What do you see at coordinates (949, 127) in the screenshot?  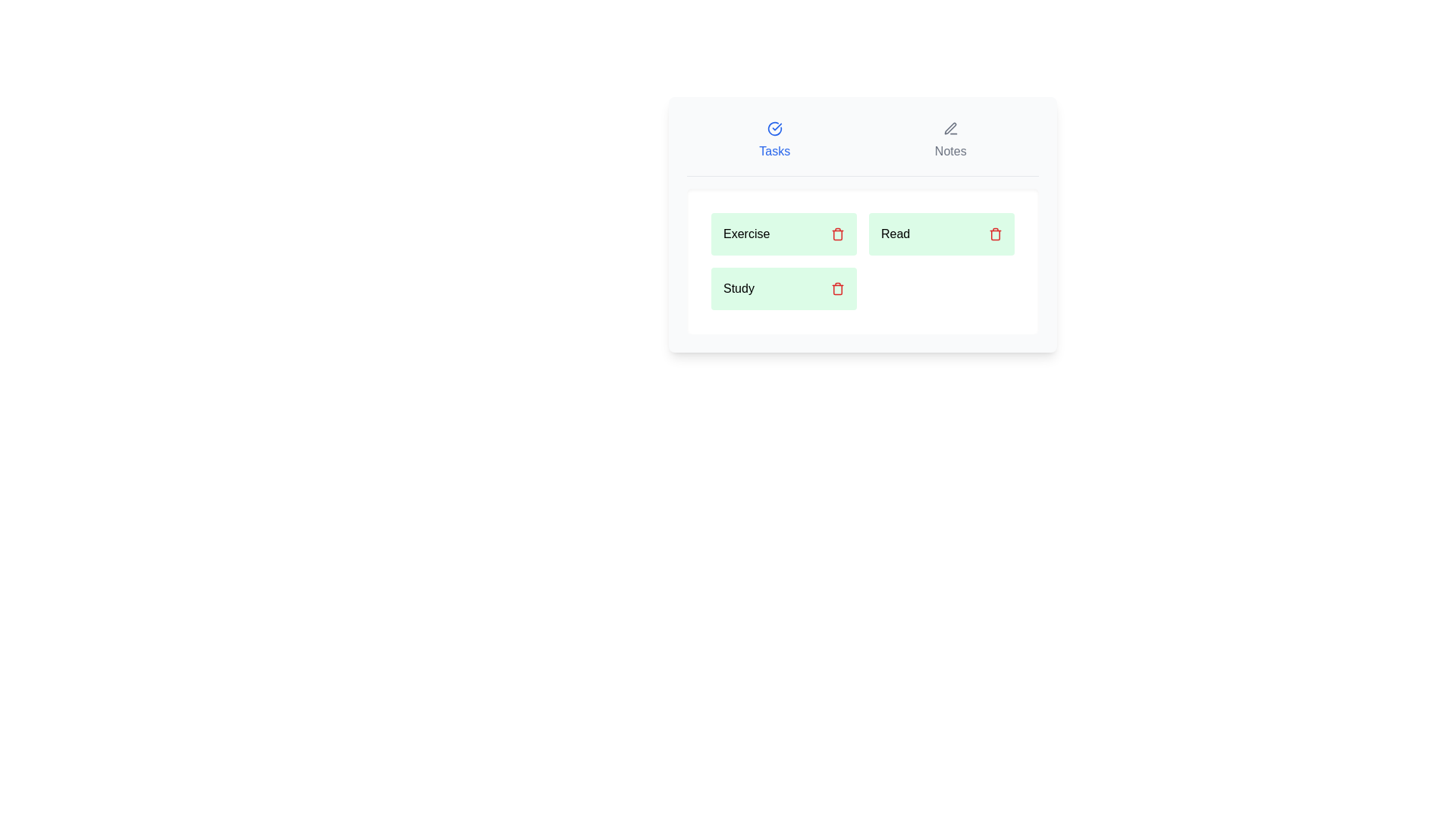 I see `the tab icon of Notes to inspect its visual details` at bounding box center [949, 127].